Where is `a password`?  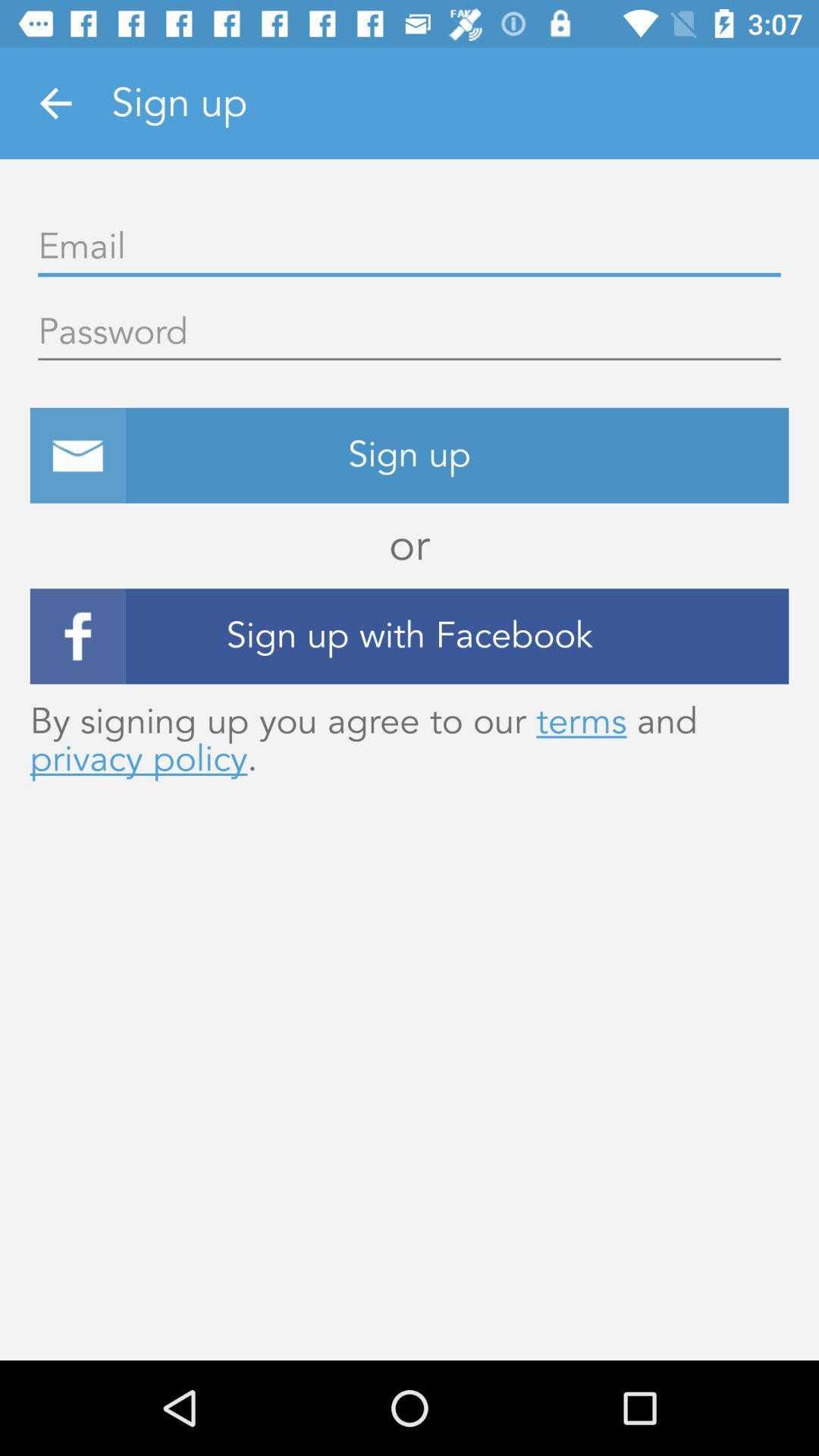
a password is located at coordinates (409, 332).